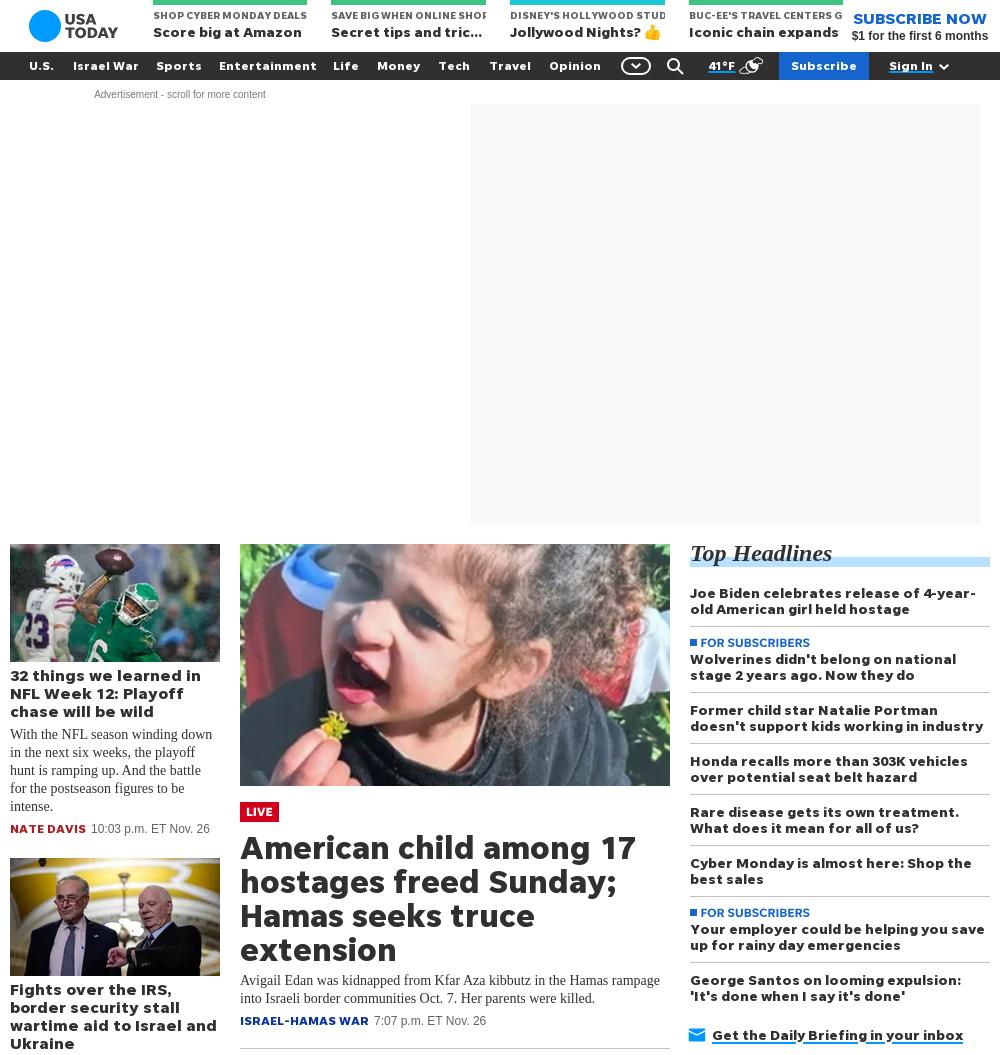  Describe the element at coordinates (689, 987) in the screenshot. I see `'George Santos on looming expulsion: 'It's done when I say it's done''` at that location.